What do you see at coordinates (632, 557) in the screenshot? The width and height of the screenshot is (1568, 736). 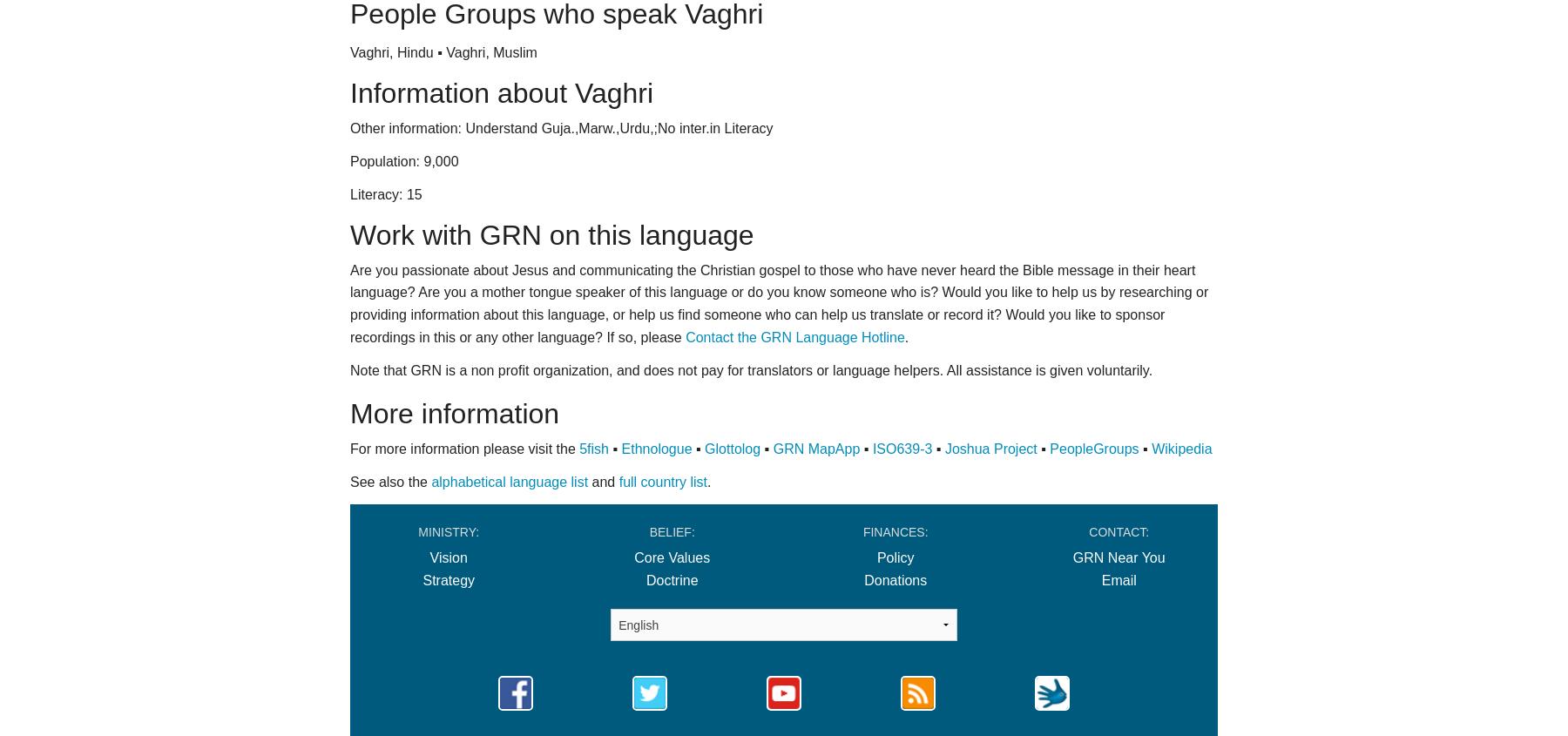 I see `'Core Values'` at bounding box center [632, 557].